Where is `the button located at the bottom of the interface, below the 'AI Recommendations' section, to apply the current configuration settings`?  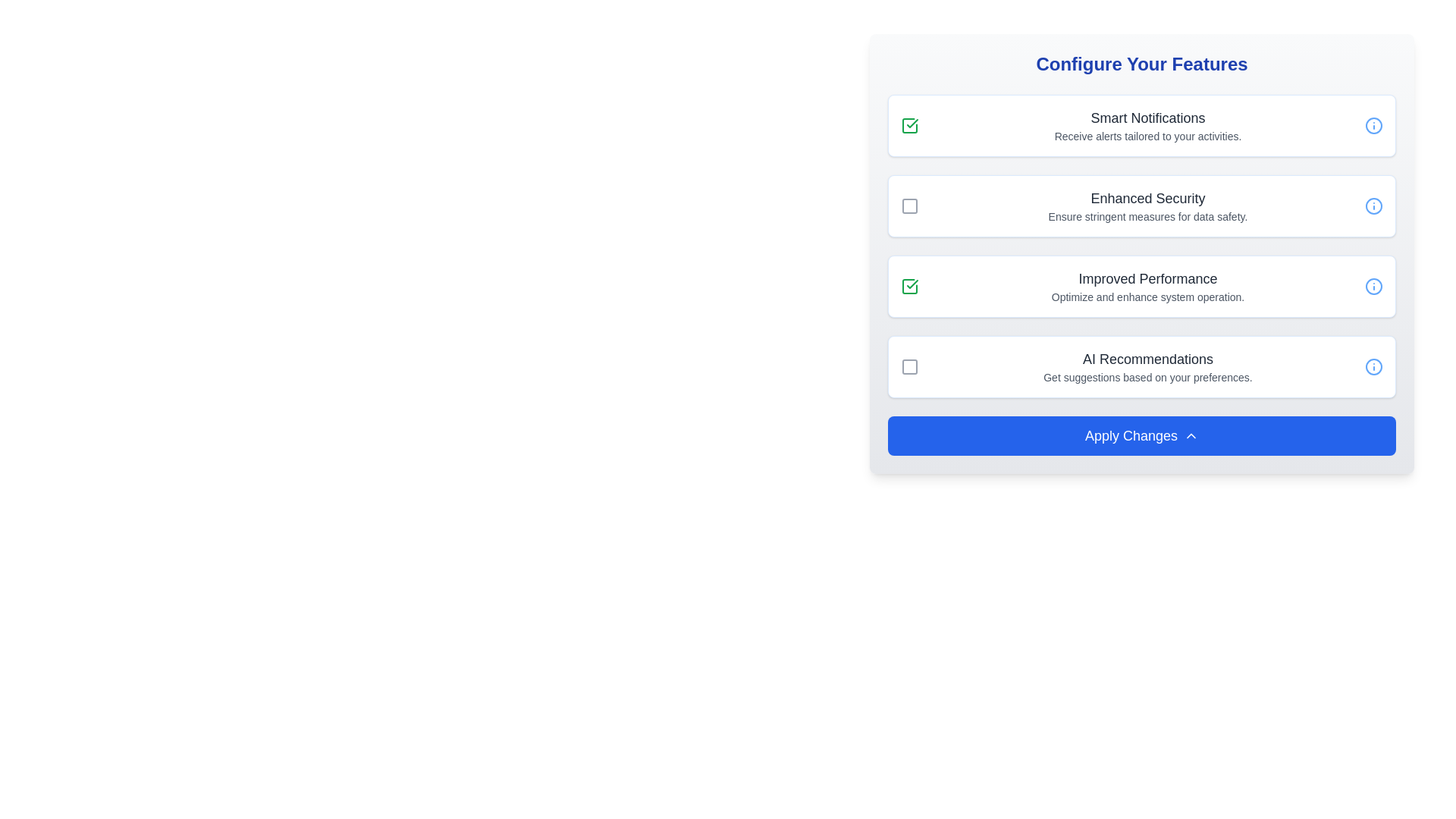
the button located at the bottom of the interface, below the 'AI Recommendations' section, to apply the current configuration settings is located at coordinates (1142, 435).